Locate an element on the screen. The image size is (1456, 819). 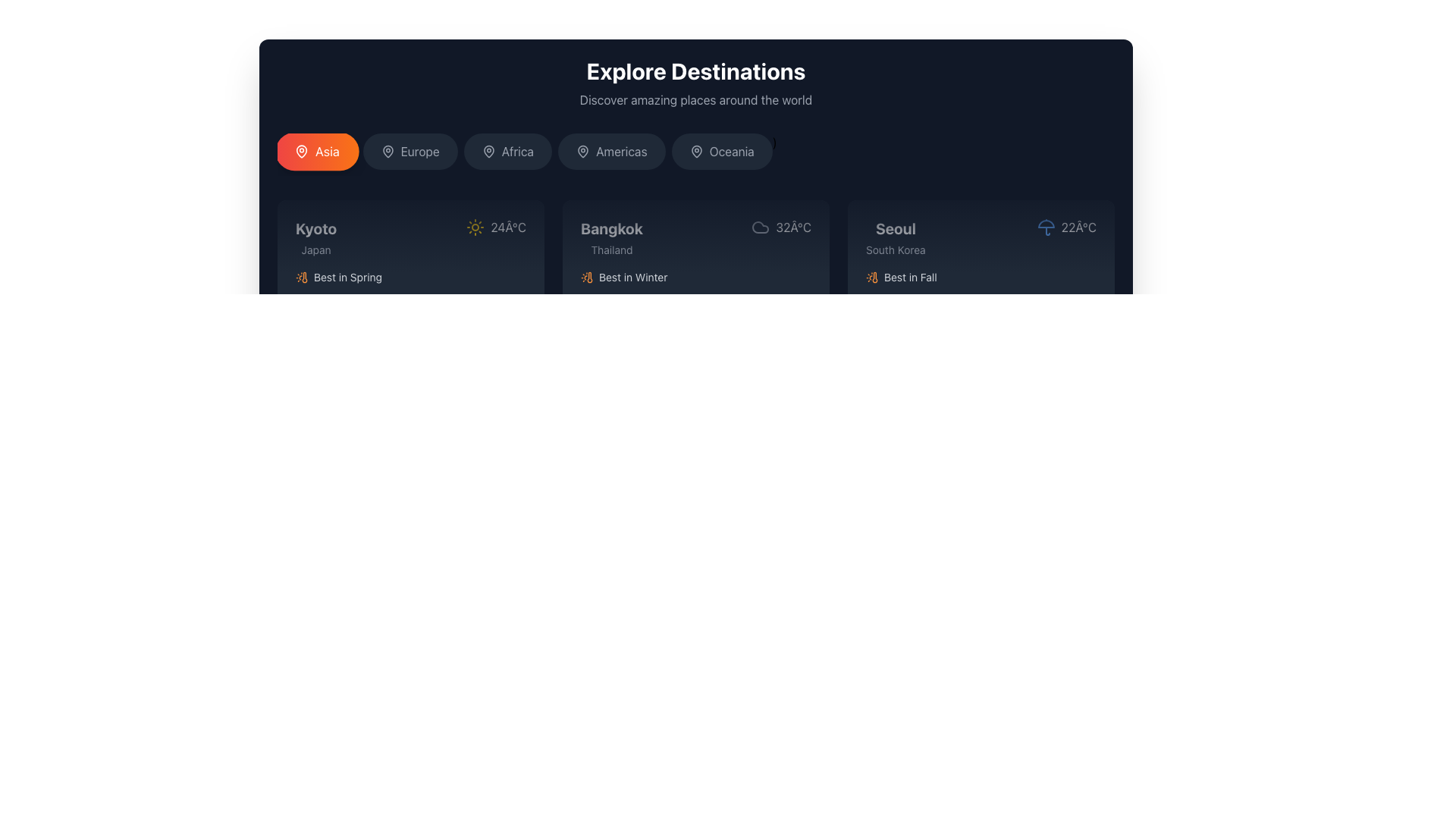
the 'Europe' region button, which is the second button in a horizontal sequence of region selector buttons, located near the top portion of the interface is located at coordinates (410, 152).